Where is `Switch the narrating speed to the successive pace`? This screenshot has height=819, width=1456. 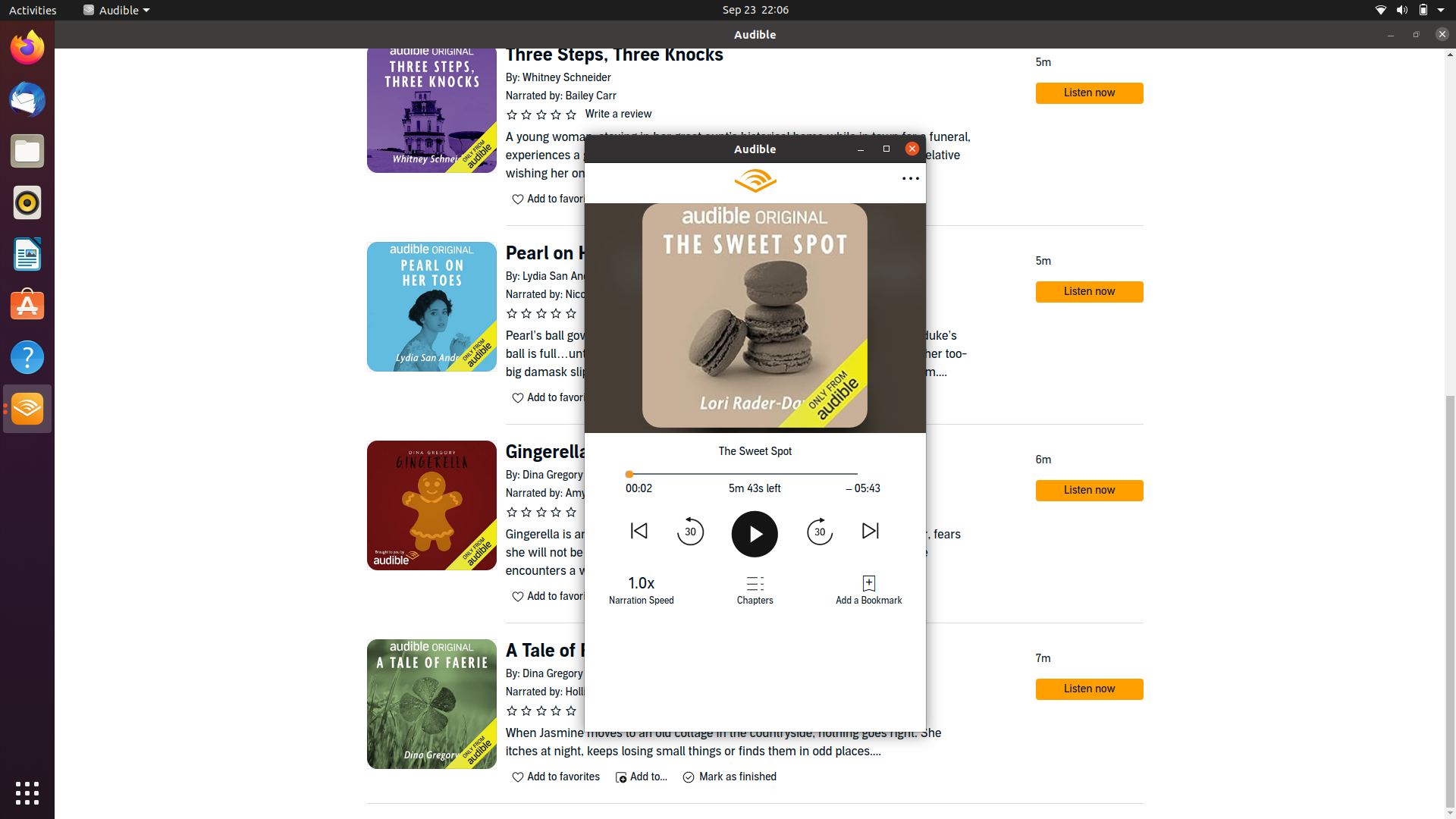
Switch the narrating speed to the successive pace is located at coordinates (642, 587).